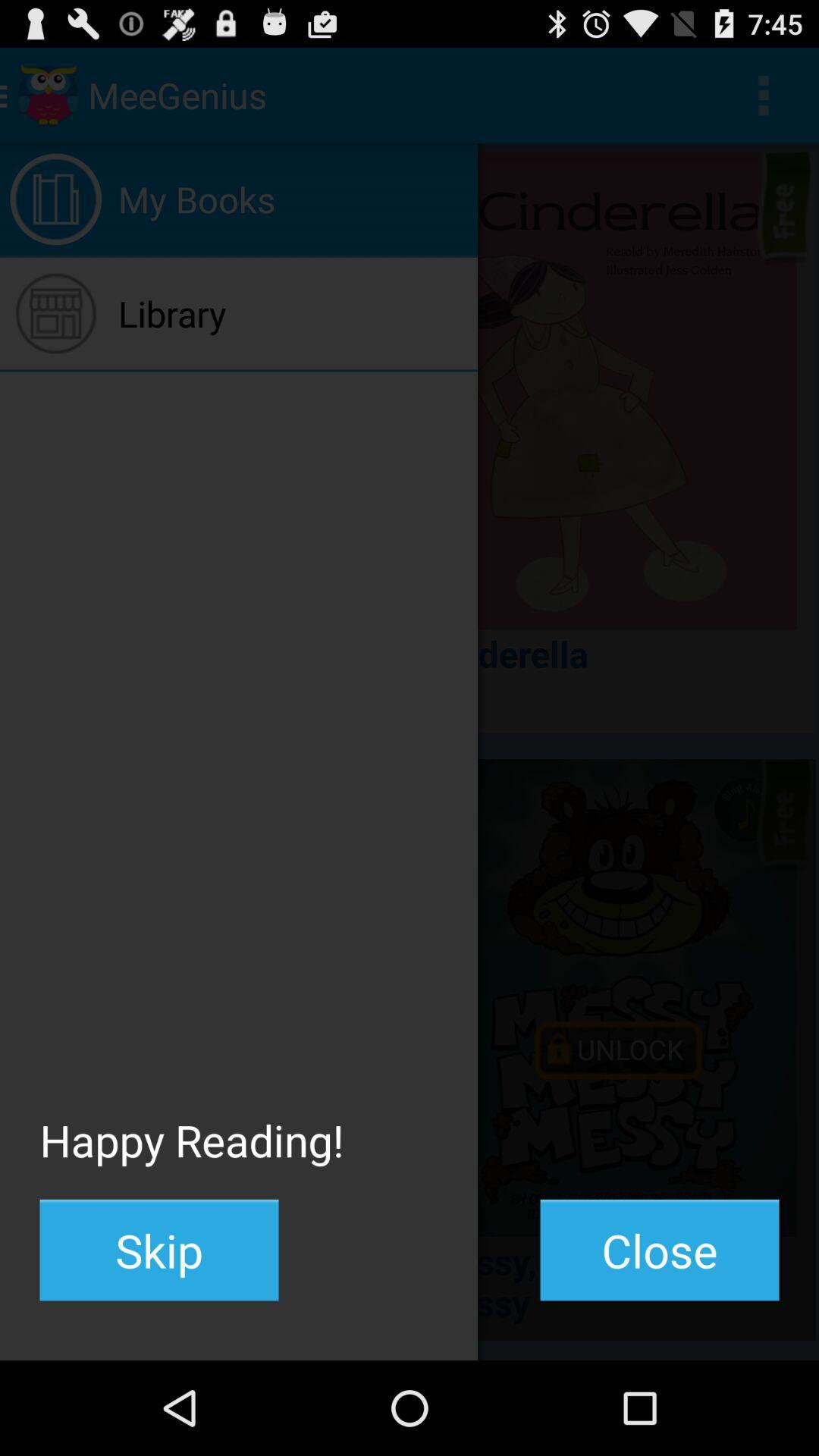 The image size is (819, 1456). Describe the element at coordinates (659, 1250) in the screenshot. I see `the item next to the skip button` at that location.